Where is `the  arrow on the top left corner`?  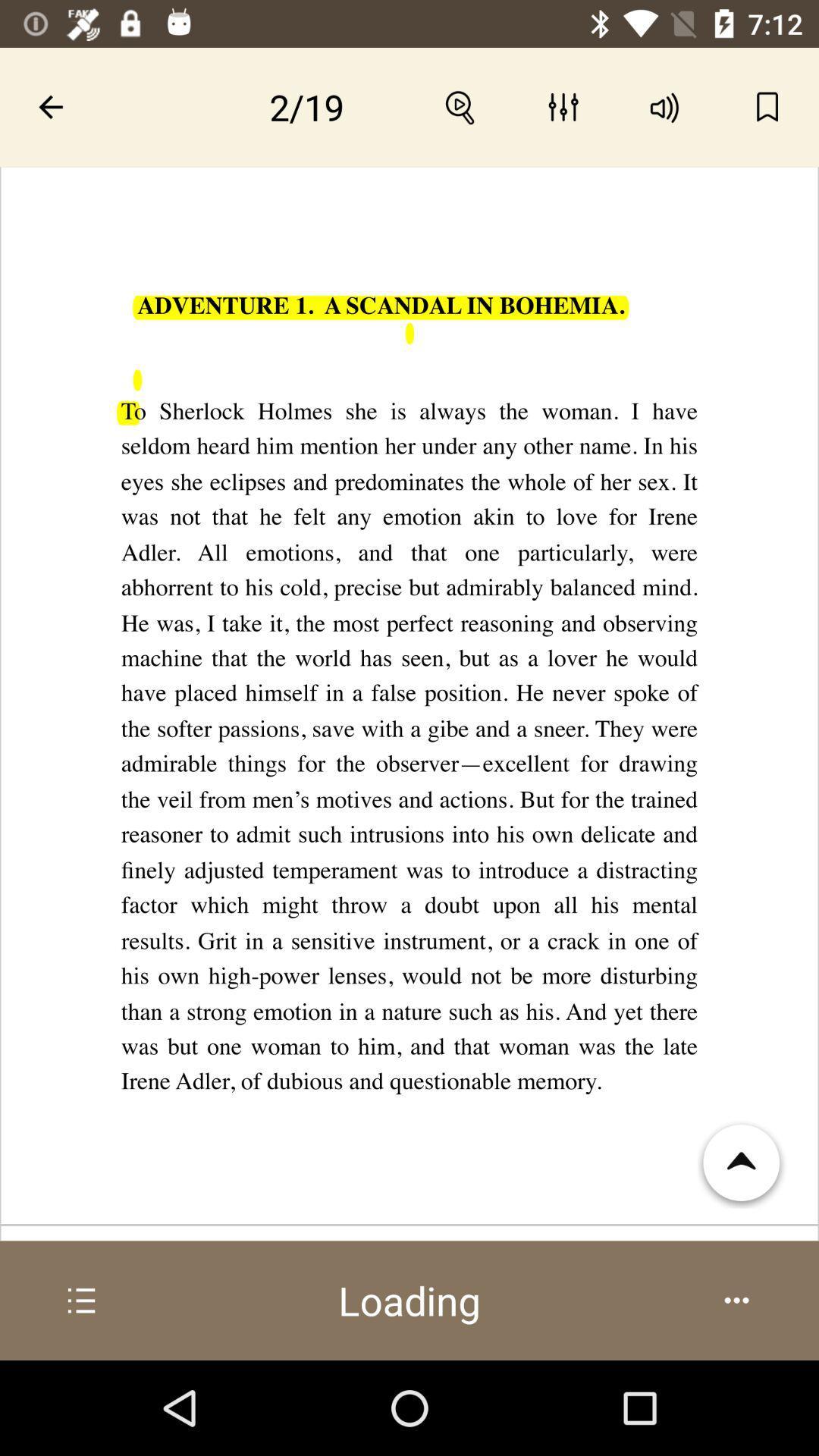
the  arrow on the top left corner is located at coordinates (50, 106).